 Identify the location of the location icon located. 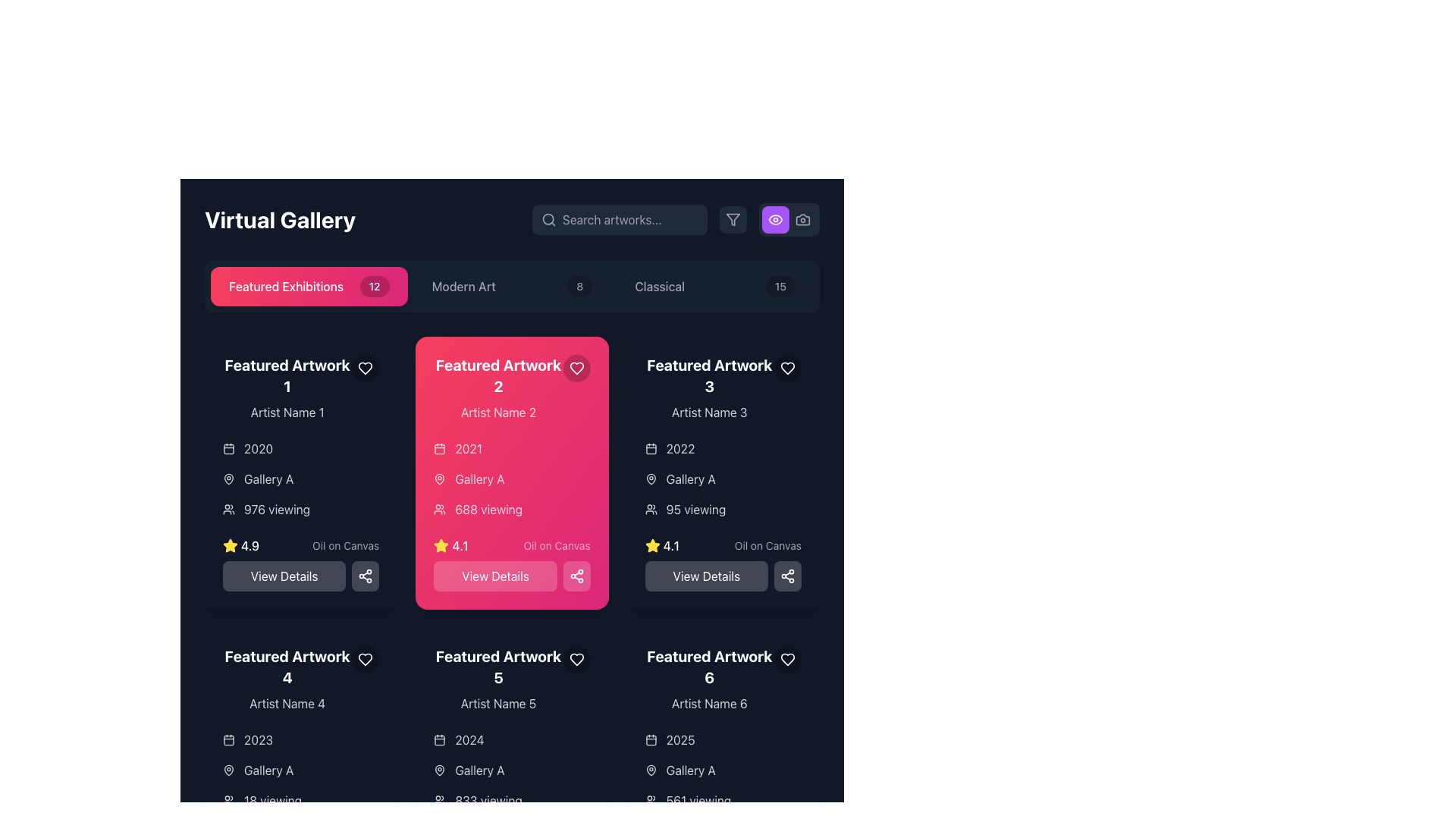
(651, 770).